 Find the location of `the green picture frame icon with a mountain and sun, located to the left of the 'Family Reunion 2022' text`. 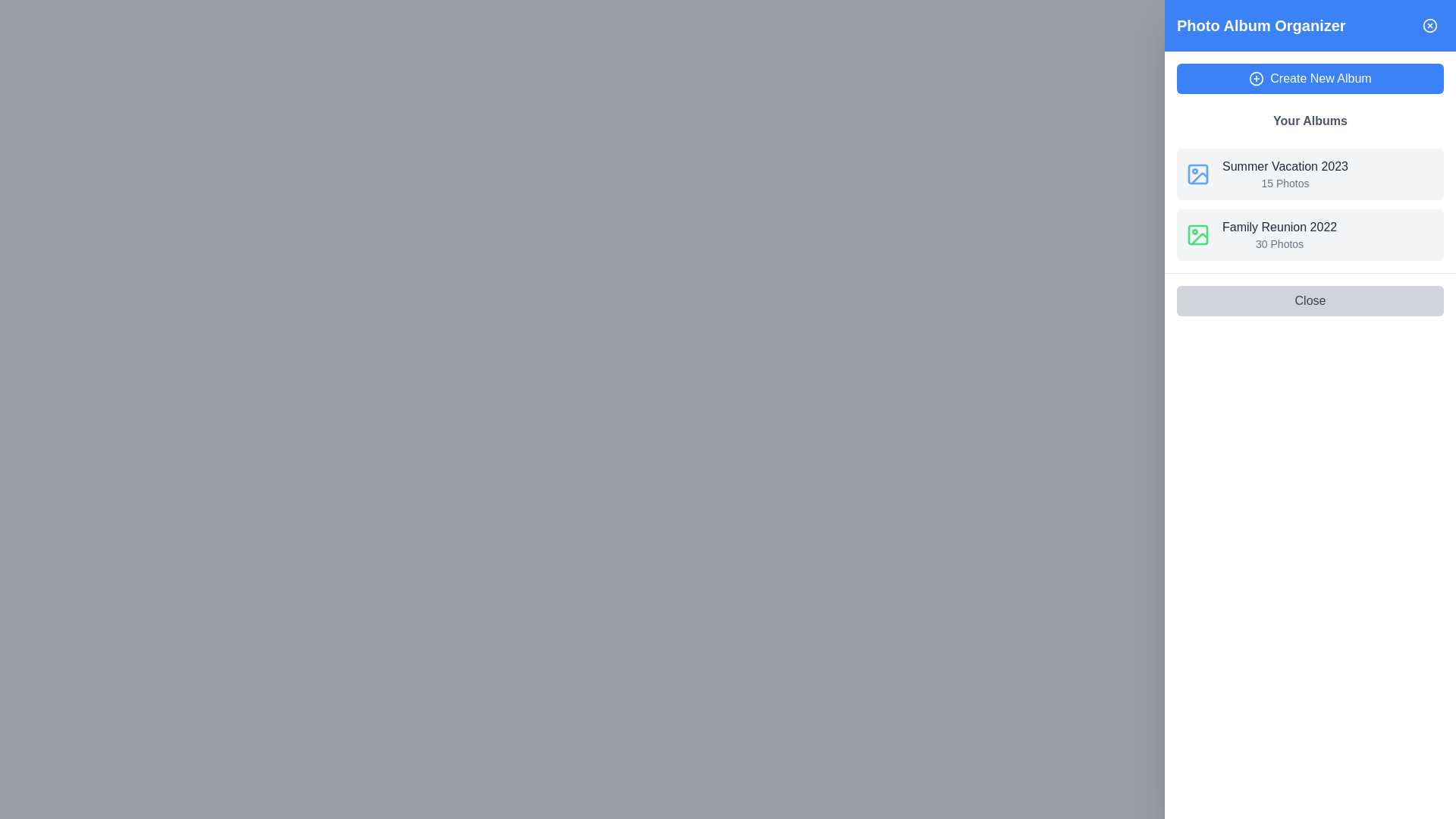

the green picture frame icon with a mountain and sun, located to the left of the 'Family Reunion 2022' text is located at coordinates (1197, 234).